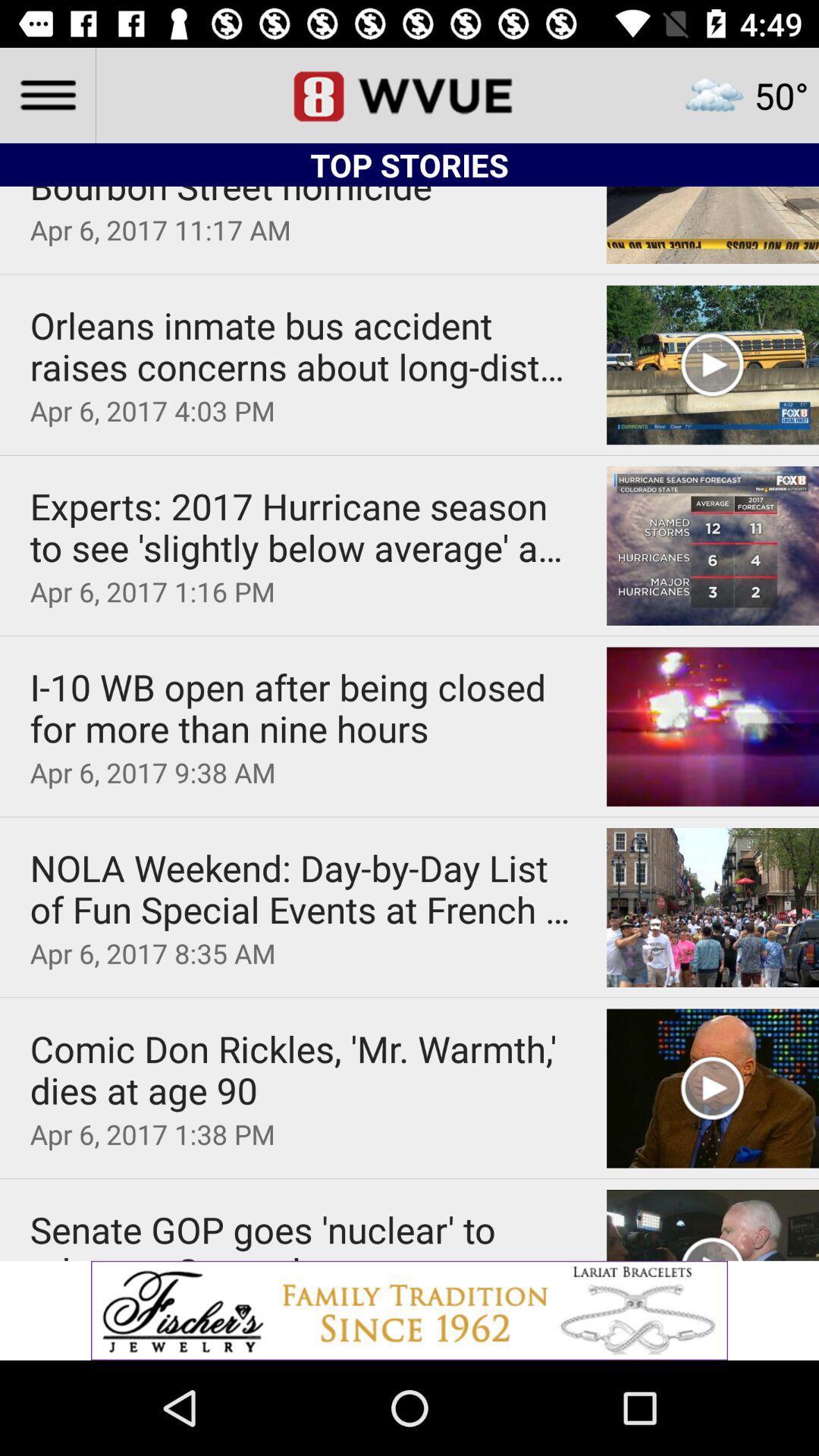  Describe the element at coordinates (713, 365) in the screenshot. I see `play button on second option image` at that location.